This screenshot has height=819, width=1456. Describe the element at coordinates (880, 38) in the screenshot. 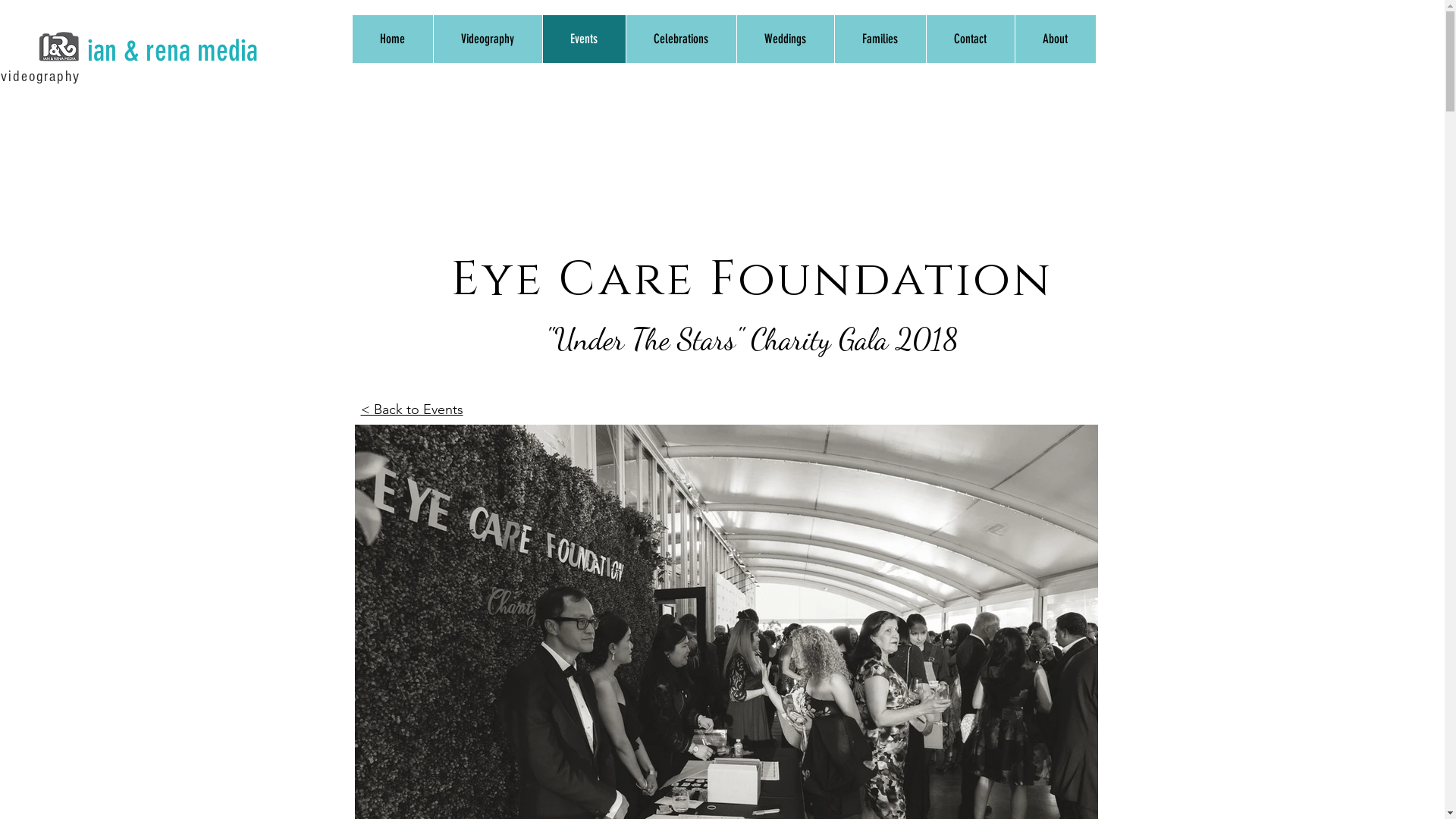

I see `'Families'` at that location.